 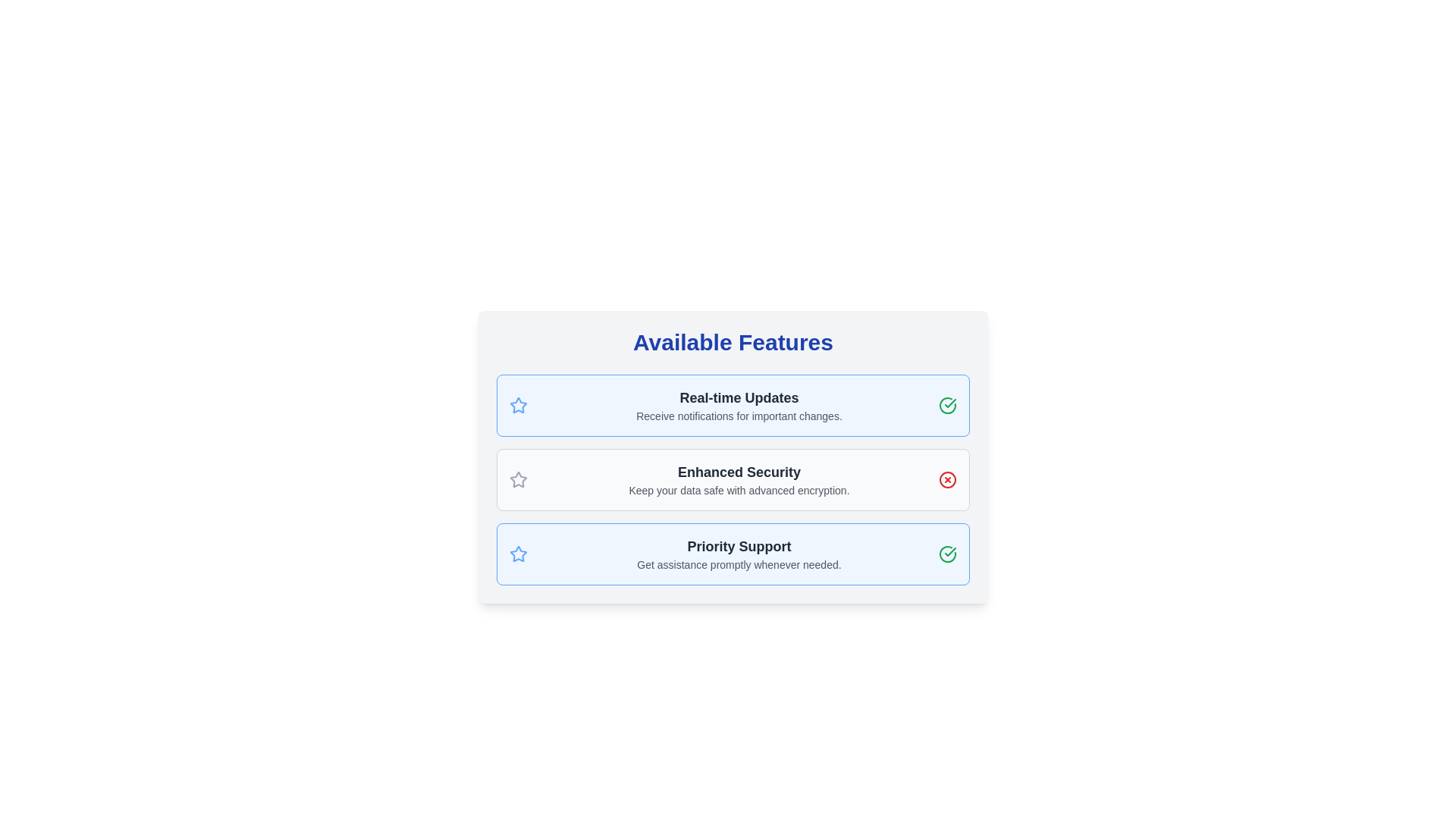 I want to click on the star-shaped icon representing the 'Priority Support' feature to observe any tooltip or visual response, so click(x=519, y=554).